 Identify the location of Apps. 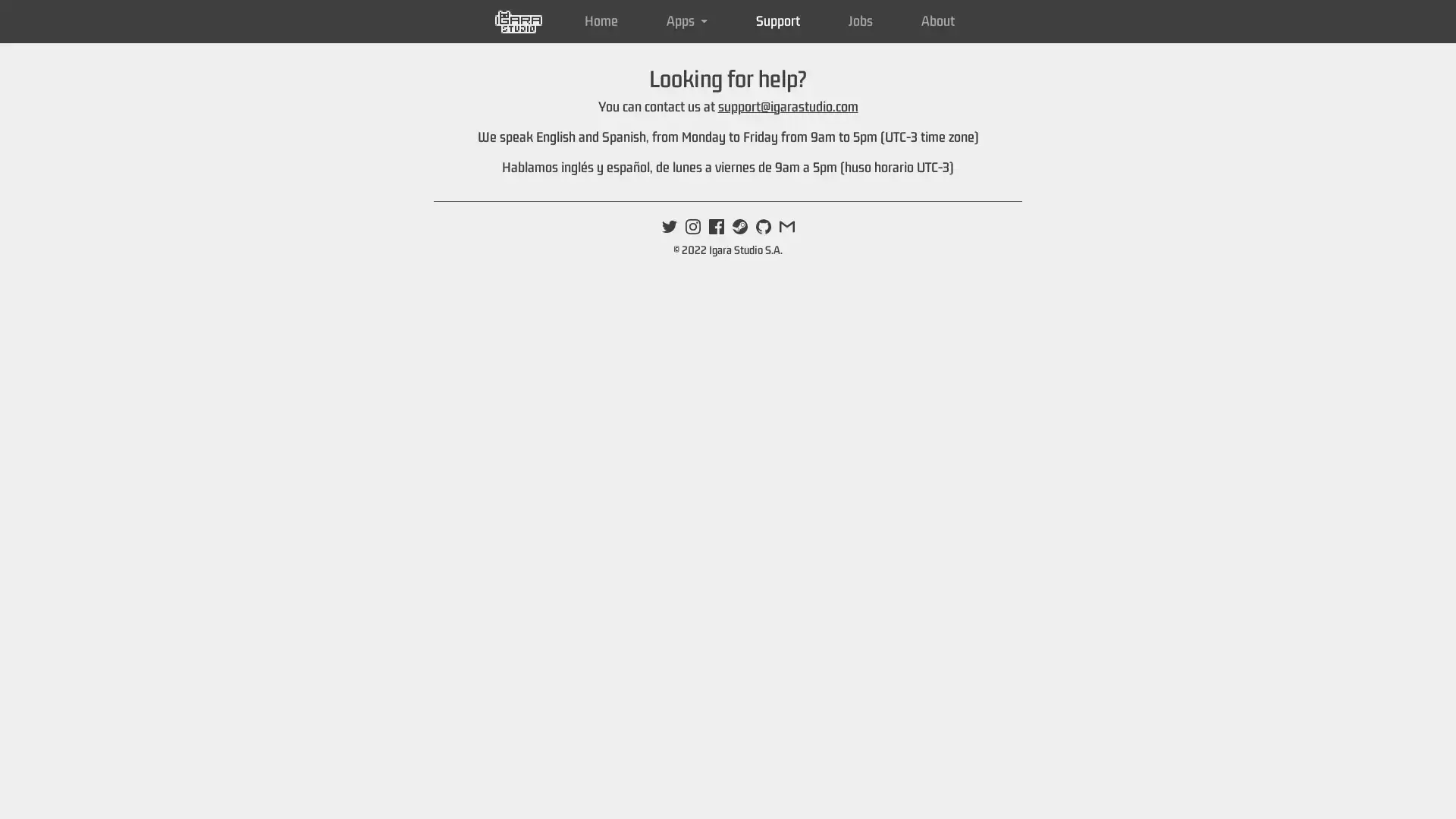
(686, 20).